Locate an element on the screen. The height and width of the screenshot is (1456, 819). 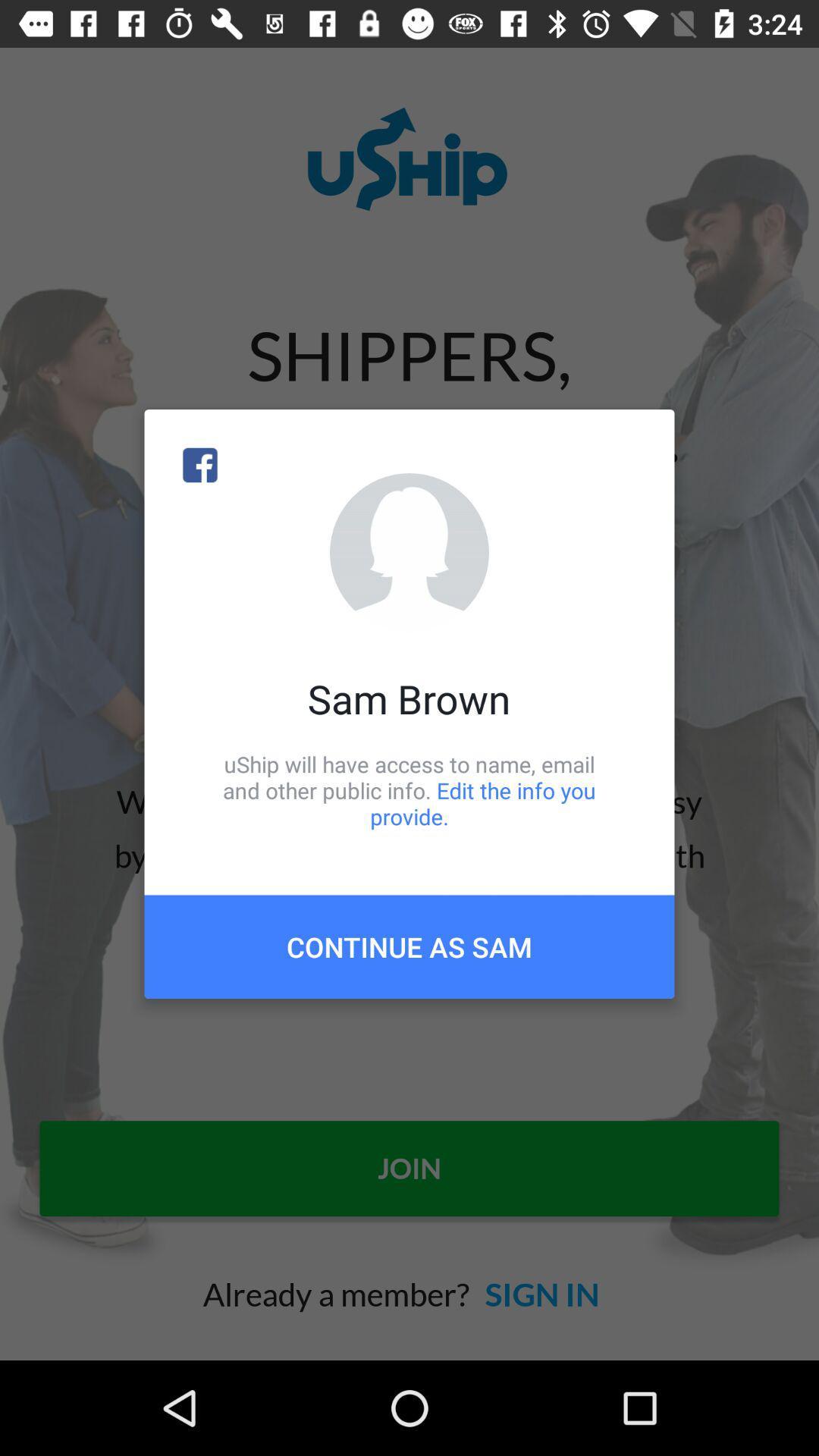
the item below the uship will have item is located at coordinates (409, 946).